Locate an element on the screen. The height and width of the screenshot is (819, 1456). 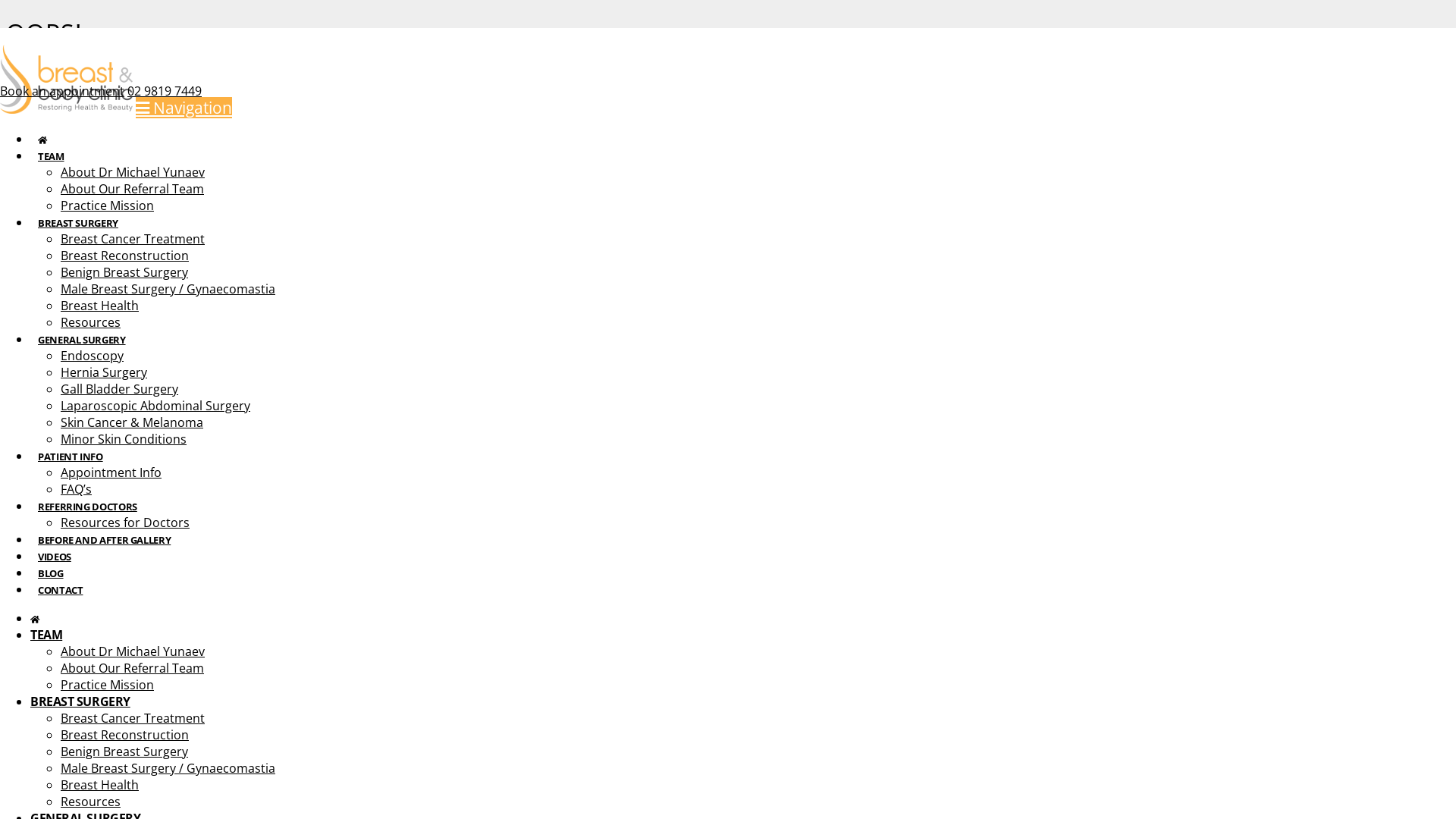
'Instagram' is located at coordinates (15, 35).